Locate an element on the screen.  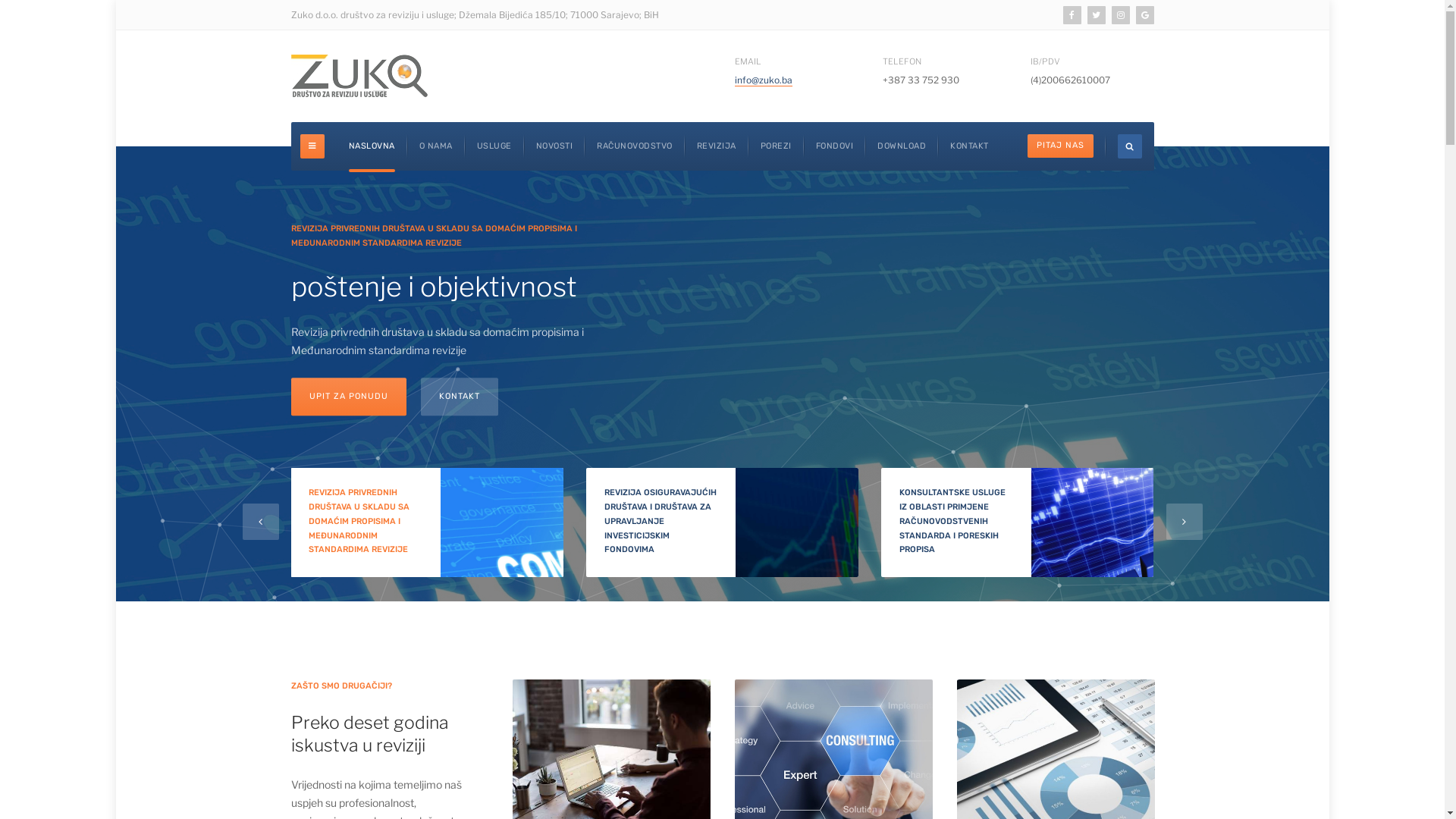
'NOVOSTI' is located at coordinates (553, 146).